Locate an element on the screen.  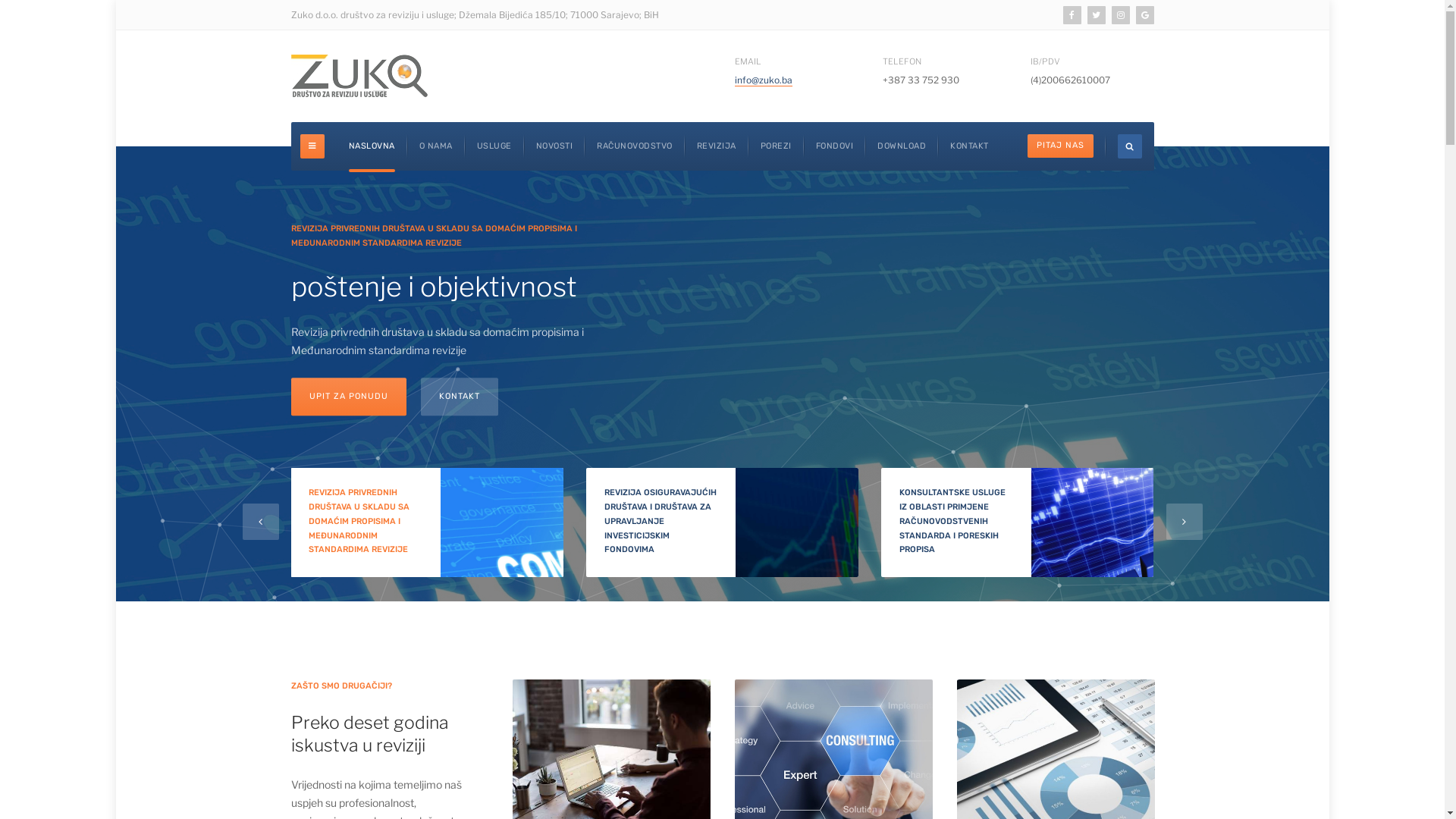
'NOVOSTI' is located at coordinates (553, 146).